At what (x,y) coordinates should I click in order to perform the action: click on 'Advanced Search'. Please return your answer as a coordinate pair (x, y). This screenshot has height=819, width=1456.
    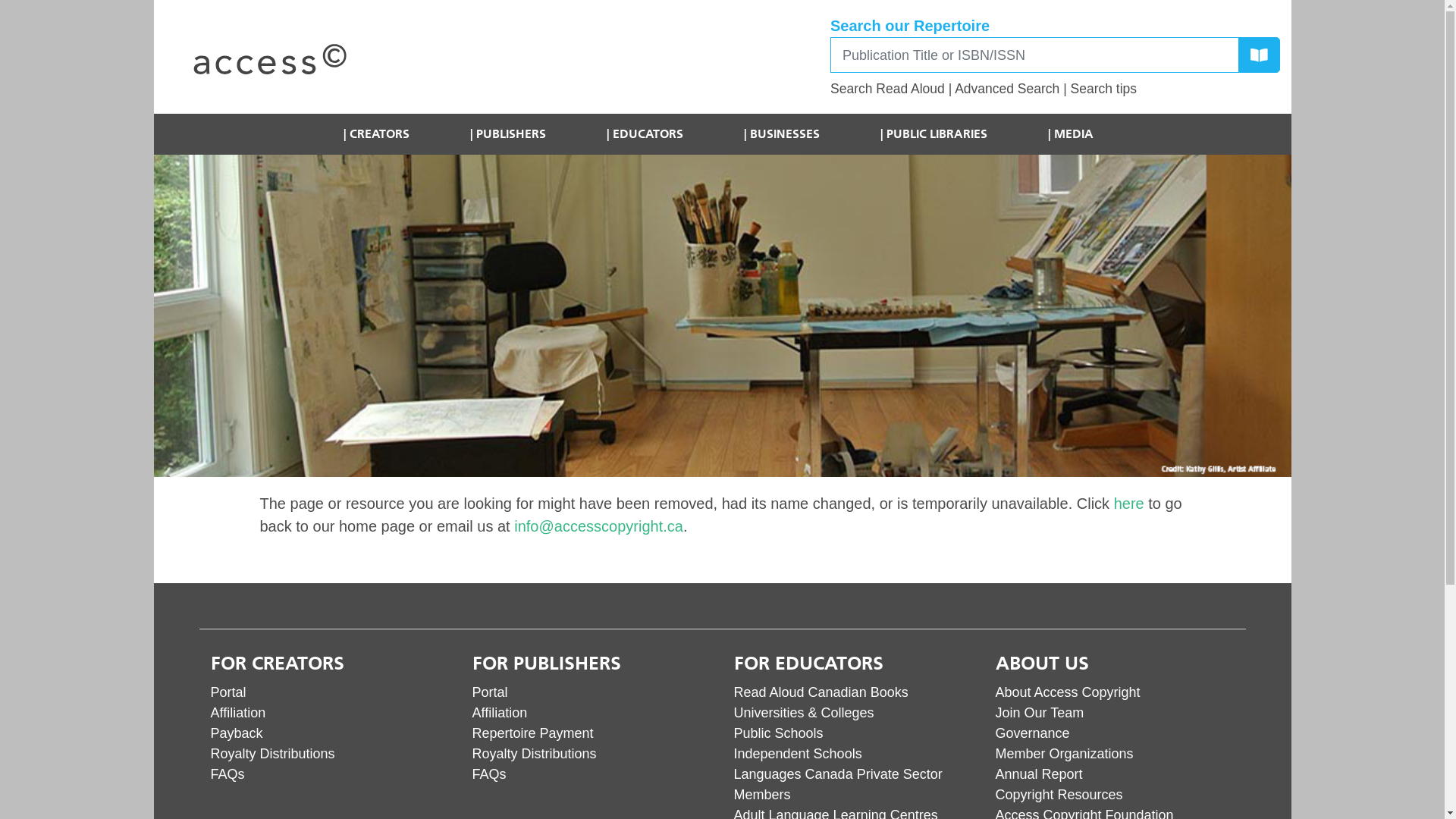
    Looking at the image, I should click on (1007, 88).